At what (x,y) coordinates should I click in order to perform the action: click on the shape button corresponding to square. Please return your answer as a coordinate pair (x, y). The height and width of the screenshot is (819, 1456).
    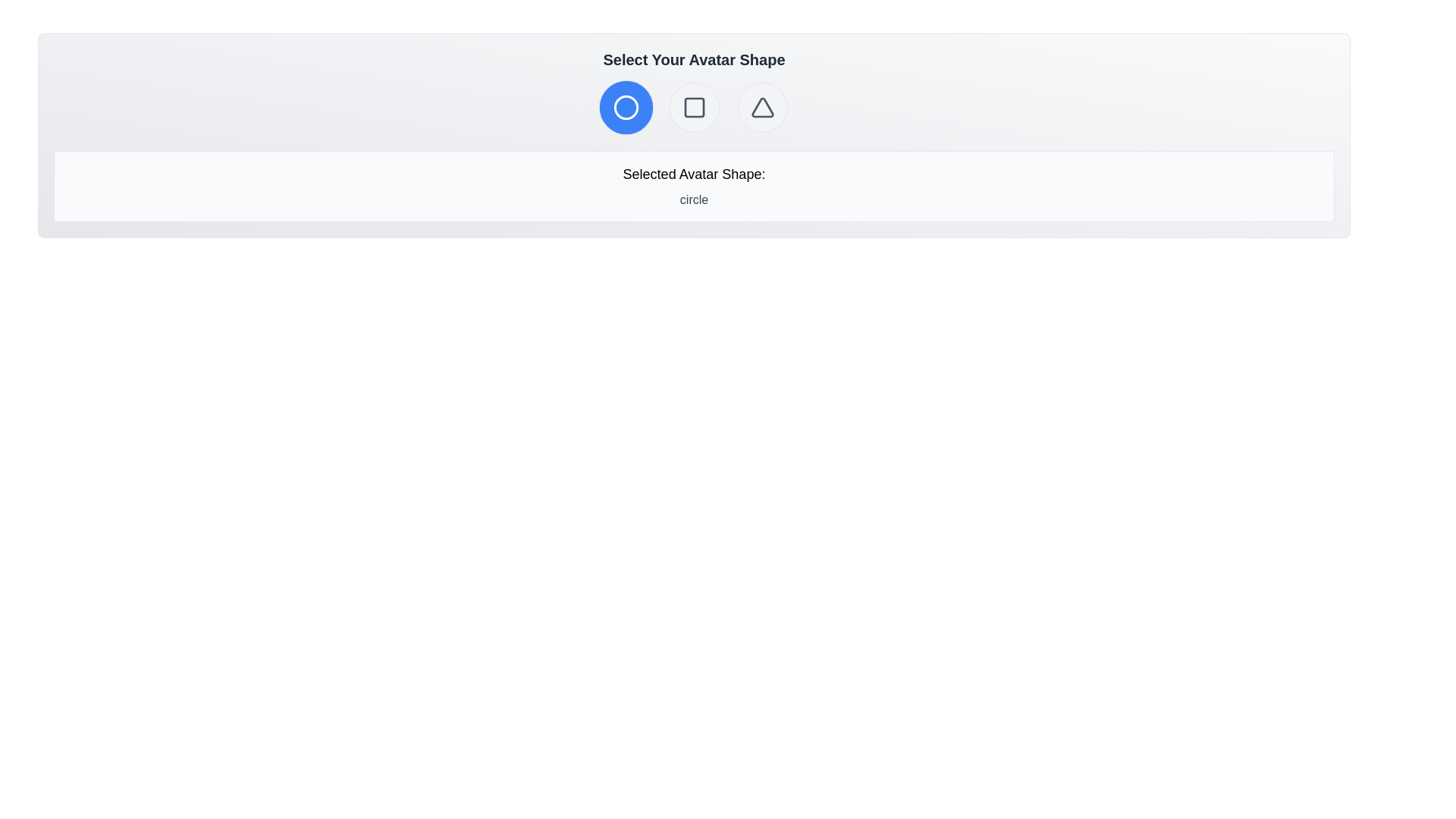
    Looking at the image, I should click on (693, 107).